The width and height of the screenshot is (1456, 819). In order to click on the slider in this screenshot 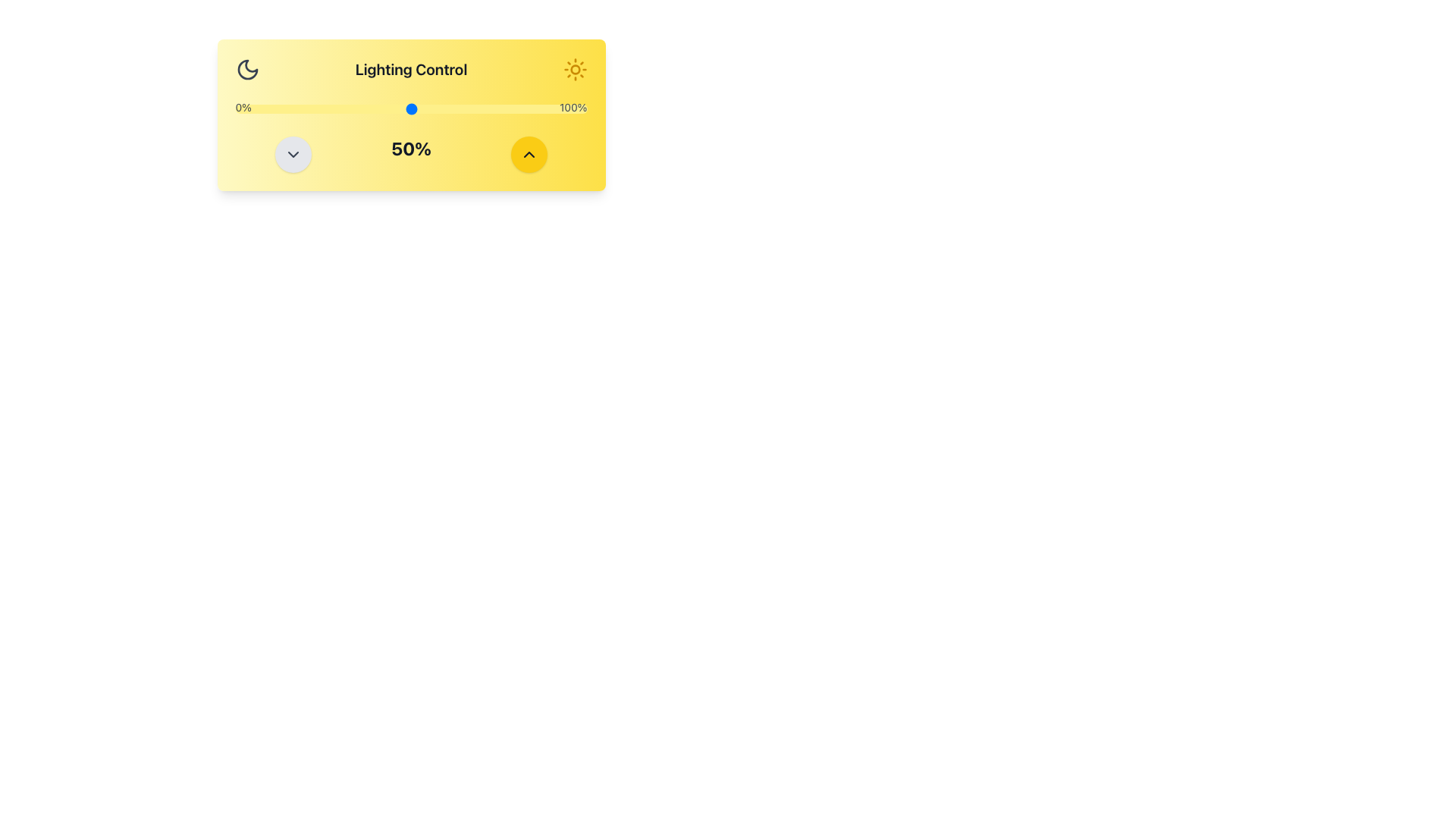, I will do `click(435, 108)`.